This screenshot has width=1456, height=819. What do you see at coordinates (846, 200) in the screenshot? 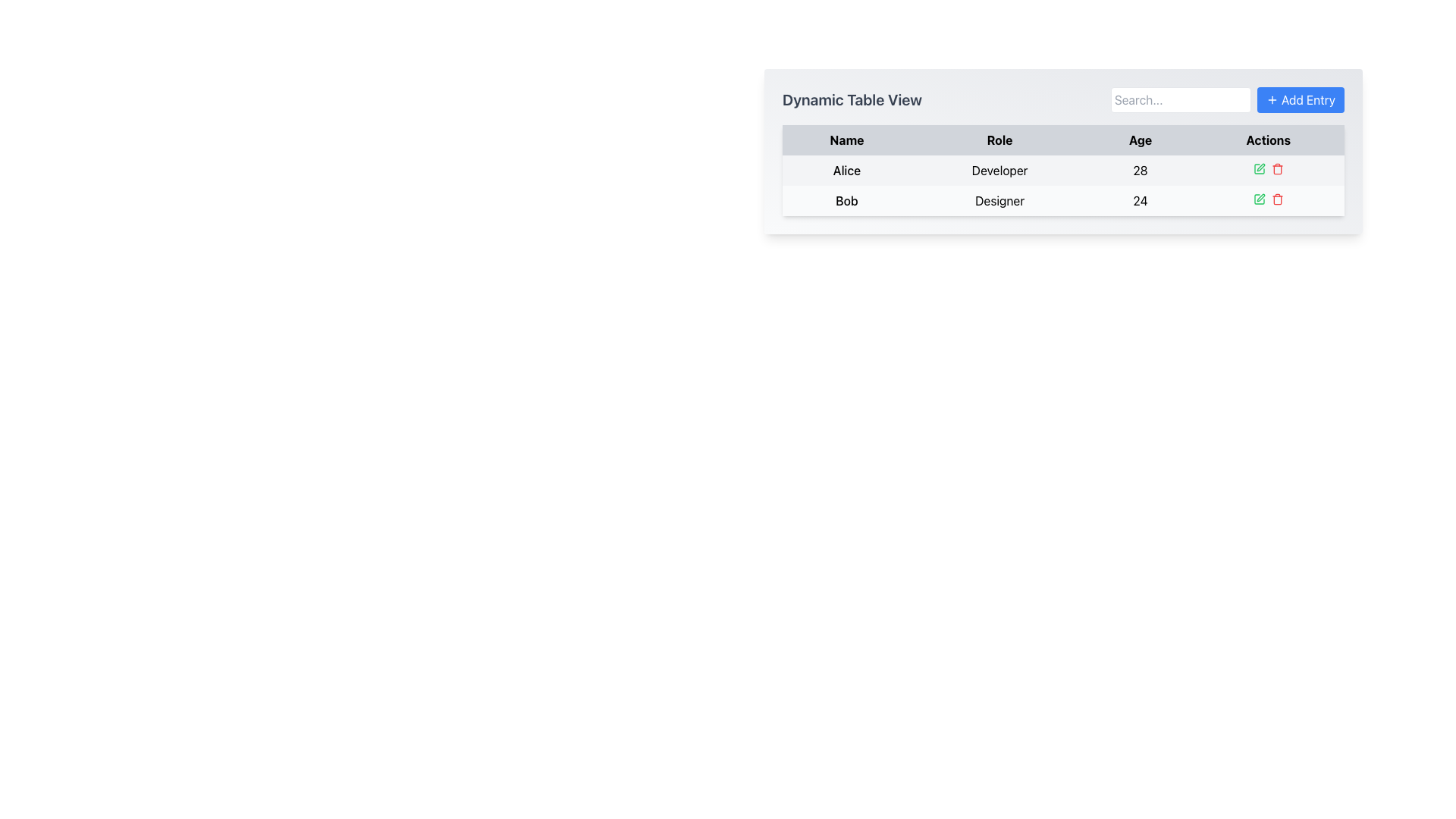
I see `the text element displaying the name 'Bob' in the 'Name' column of the table, located second from the top` at bounding box center [846, 200].